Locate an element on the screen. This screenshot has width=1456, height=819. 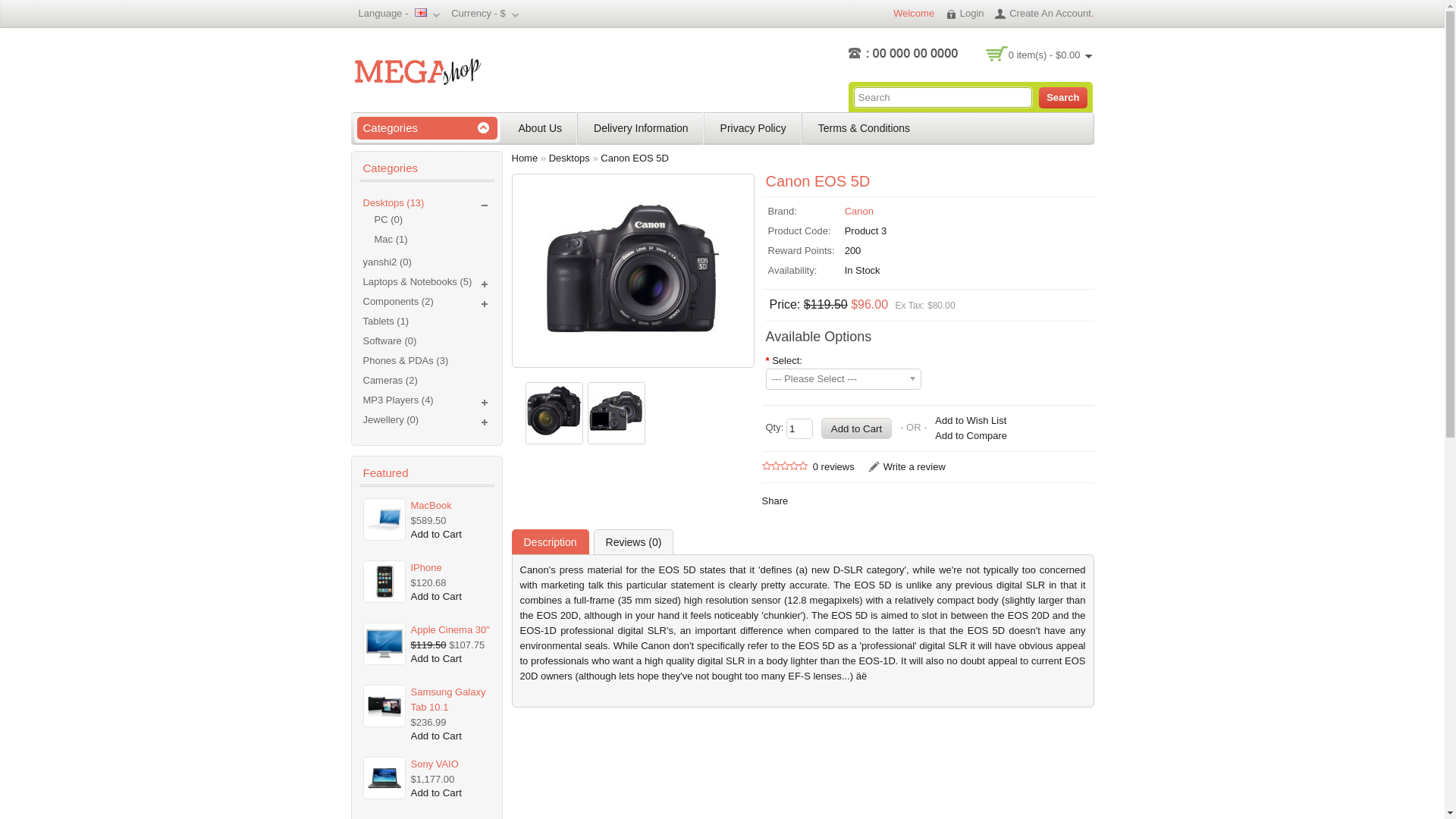
'Terms & Conditions' is located at coordinates (864, 127).